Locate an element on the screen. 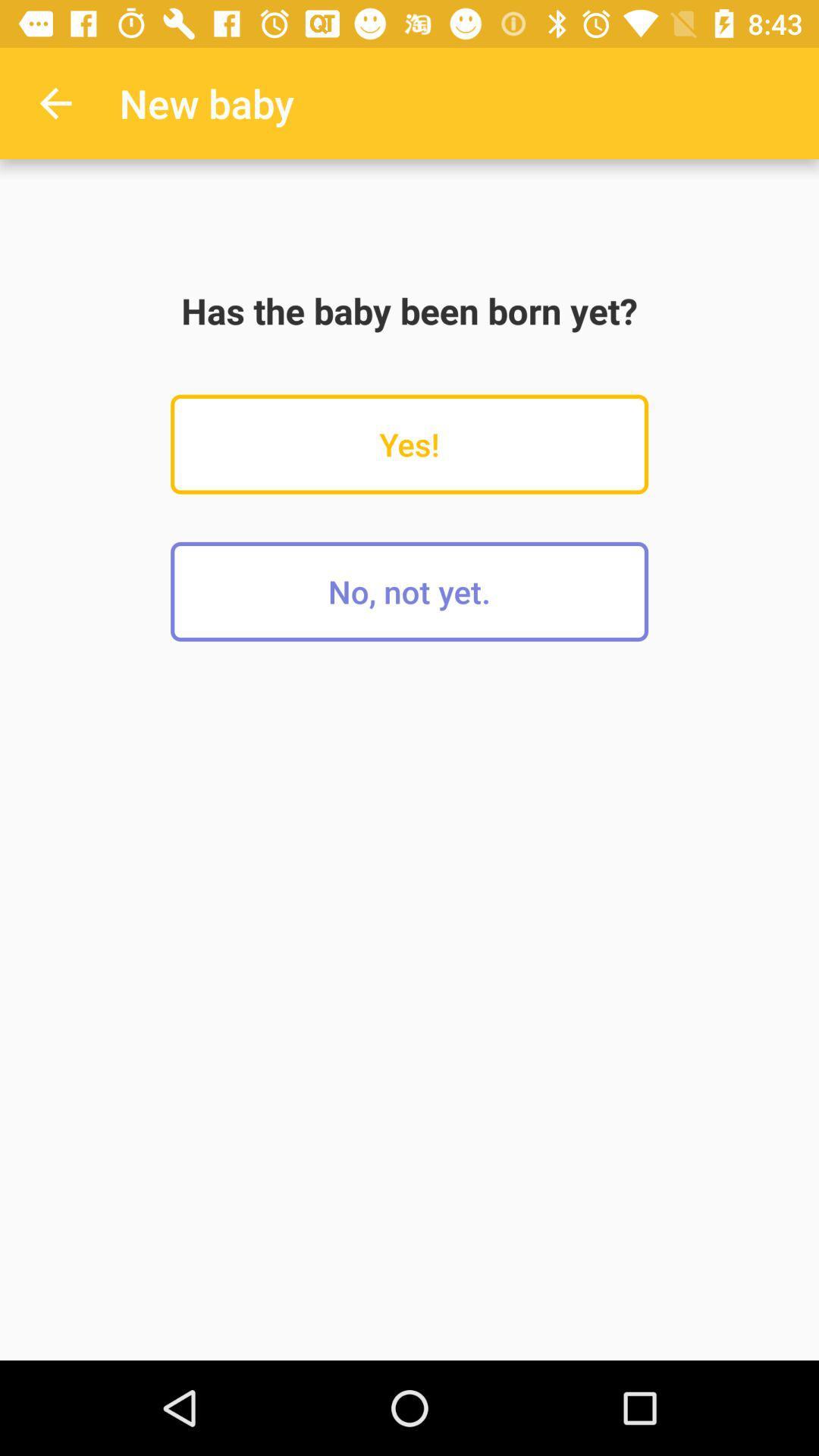 Image resolution: width=819 pixels, height=1456 pixels. icon to the left of new baby app is located at coordinates (55, 102).